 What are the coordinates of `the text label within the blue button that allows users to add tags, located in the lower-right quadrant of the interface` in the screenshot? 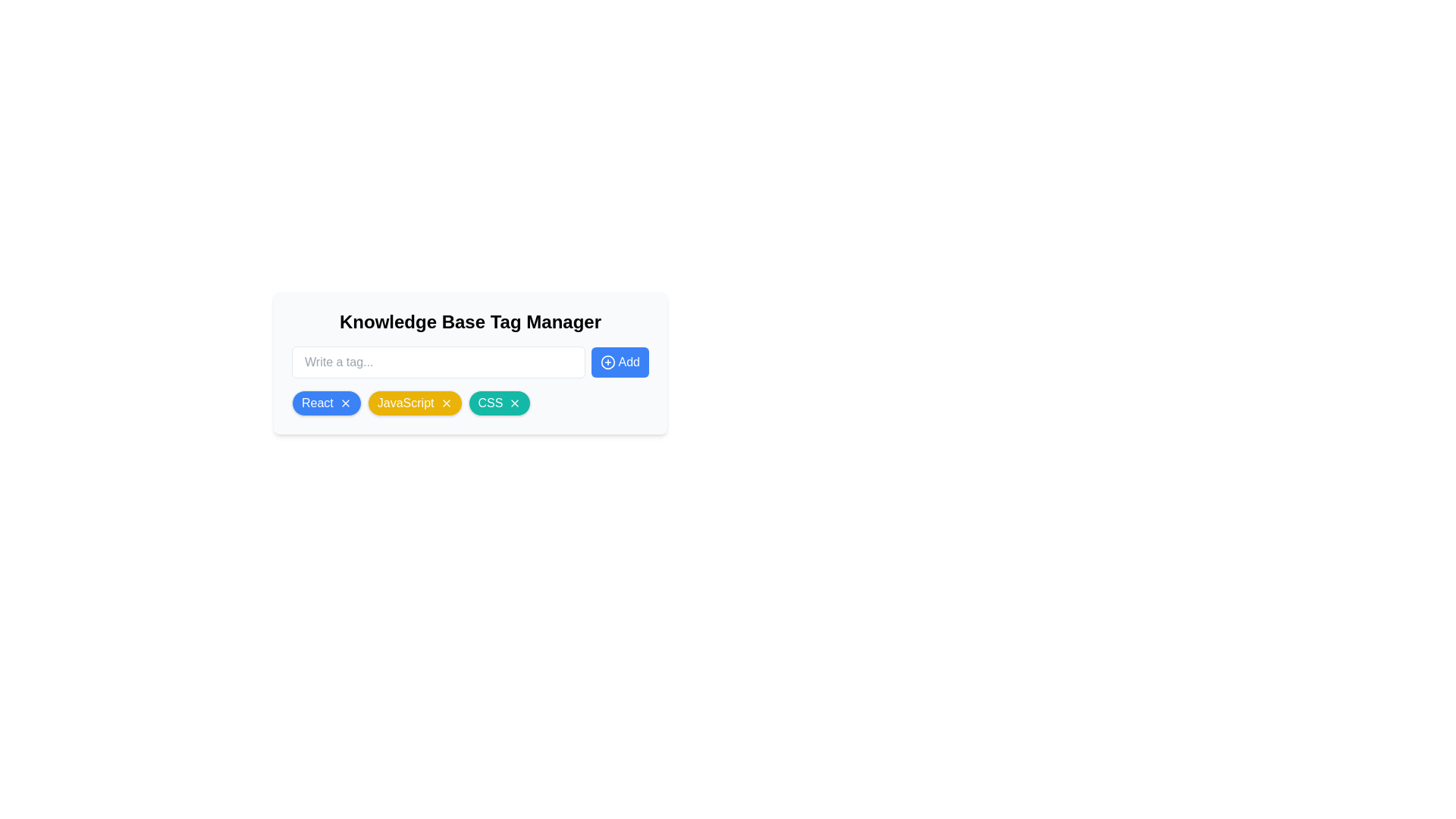 It's located at (629, 362).